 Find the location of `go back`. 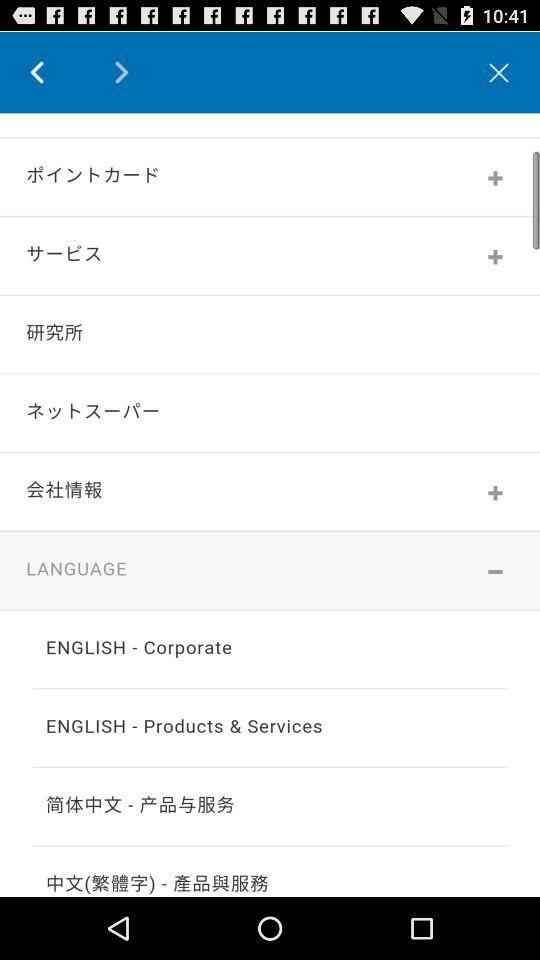

go back is located at coordinates (52, 72).